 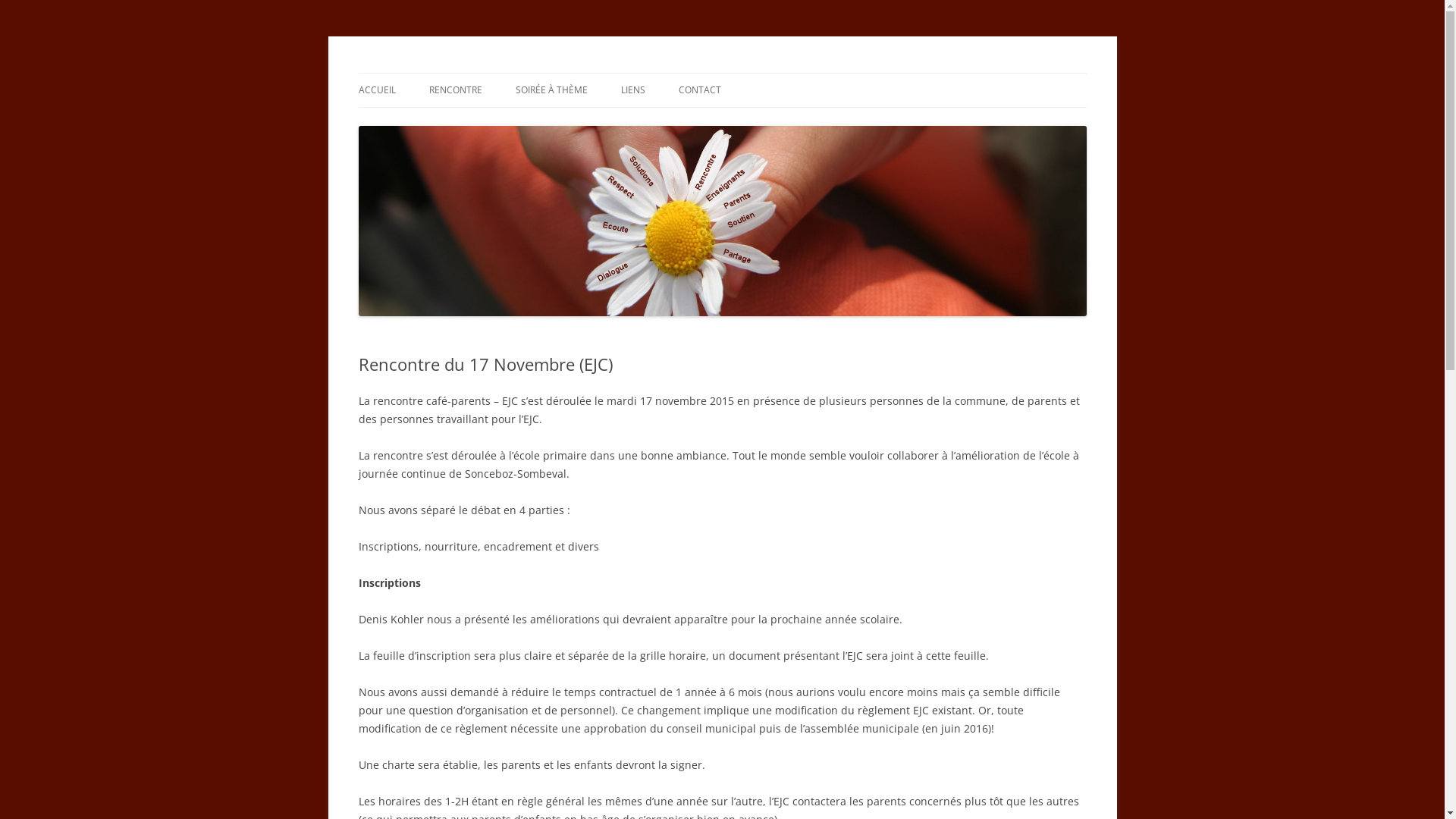 I want to click on 'ACCUEIL', so click(x=376, y=90).